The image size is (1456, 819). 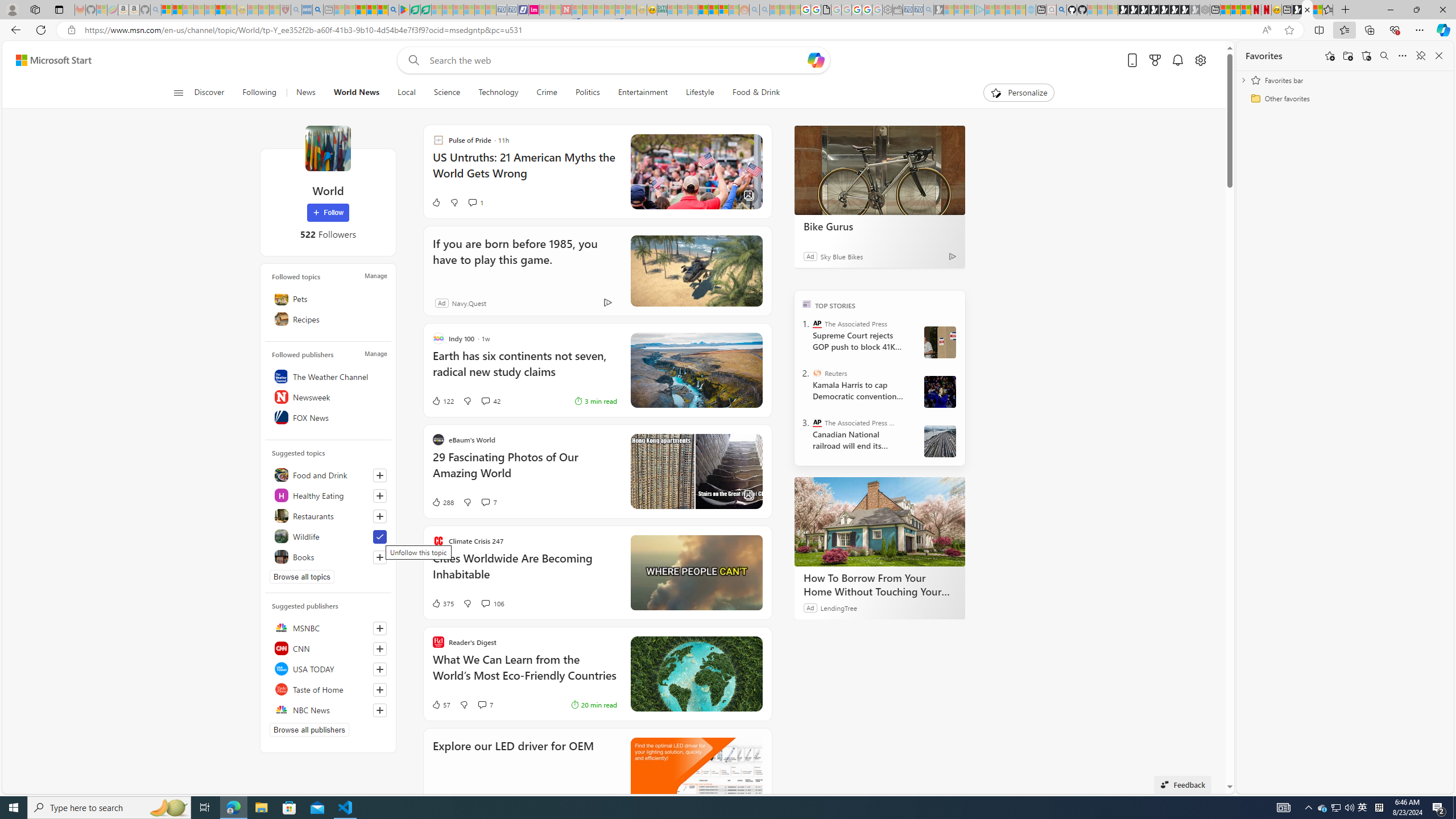 I want to click on 'eBaum', so click(x=596, y=470).